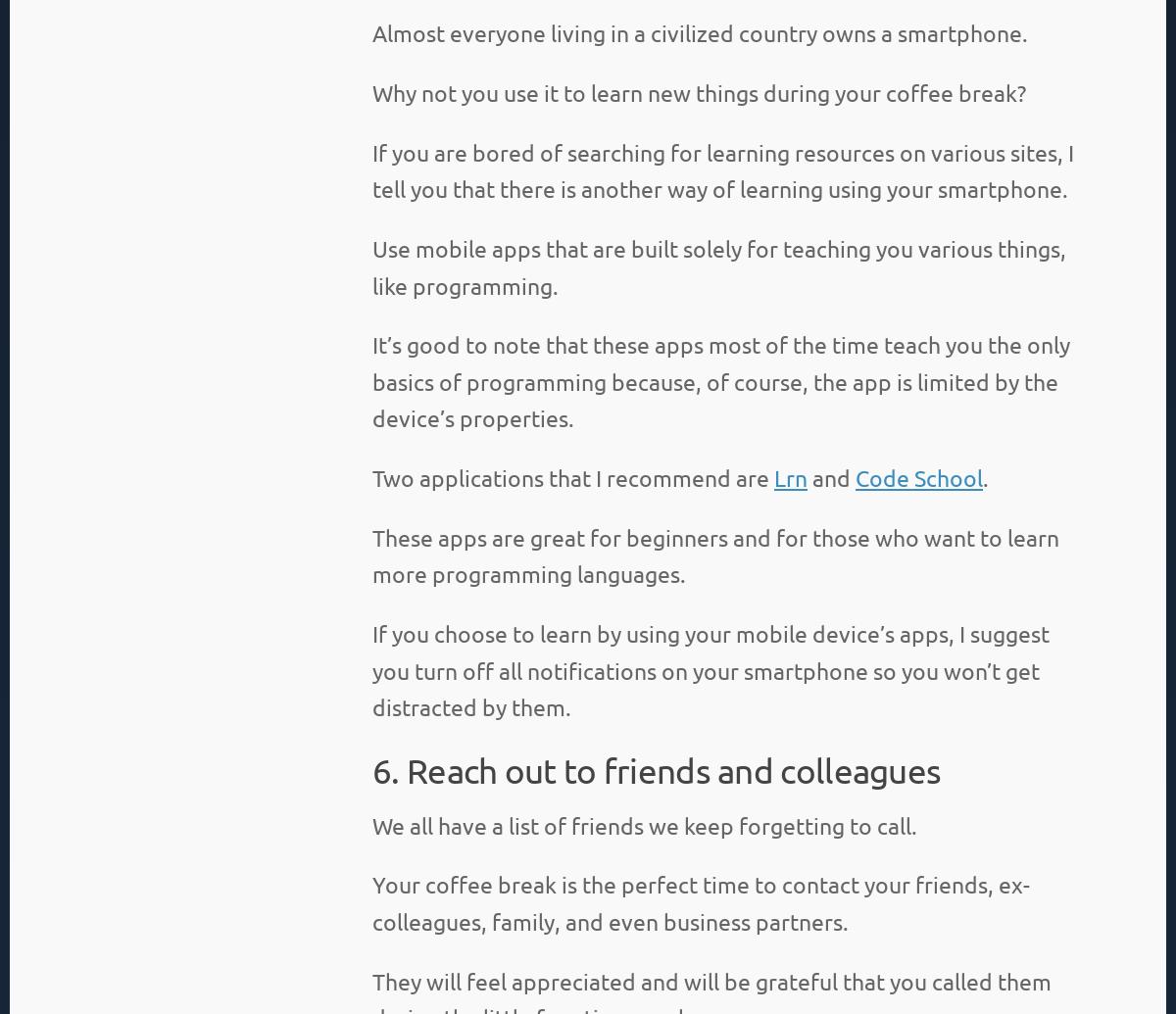 The image size is (1176, 1014). I want to click on 'It’s good to note that these apps most of the time teach you the only basics of programming because, of course, the app is limited by the device’s properties.', so click(720, 380).